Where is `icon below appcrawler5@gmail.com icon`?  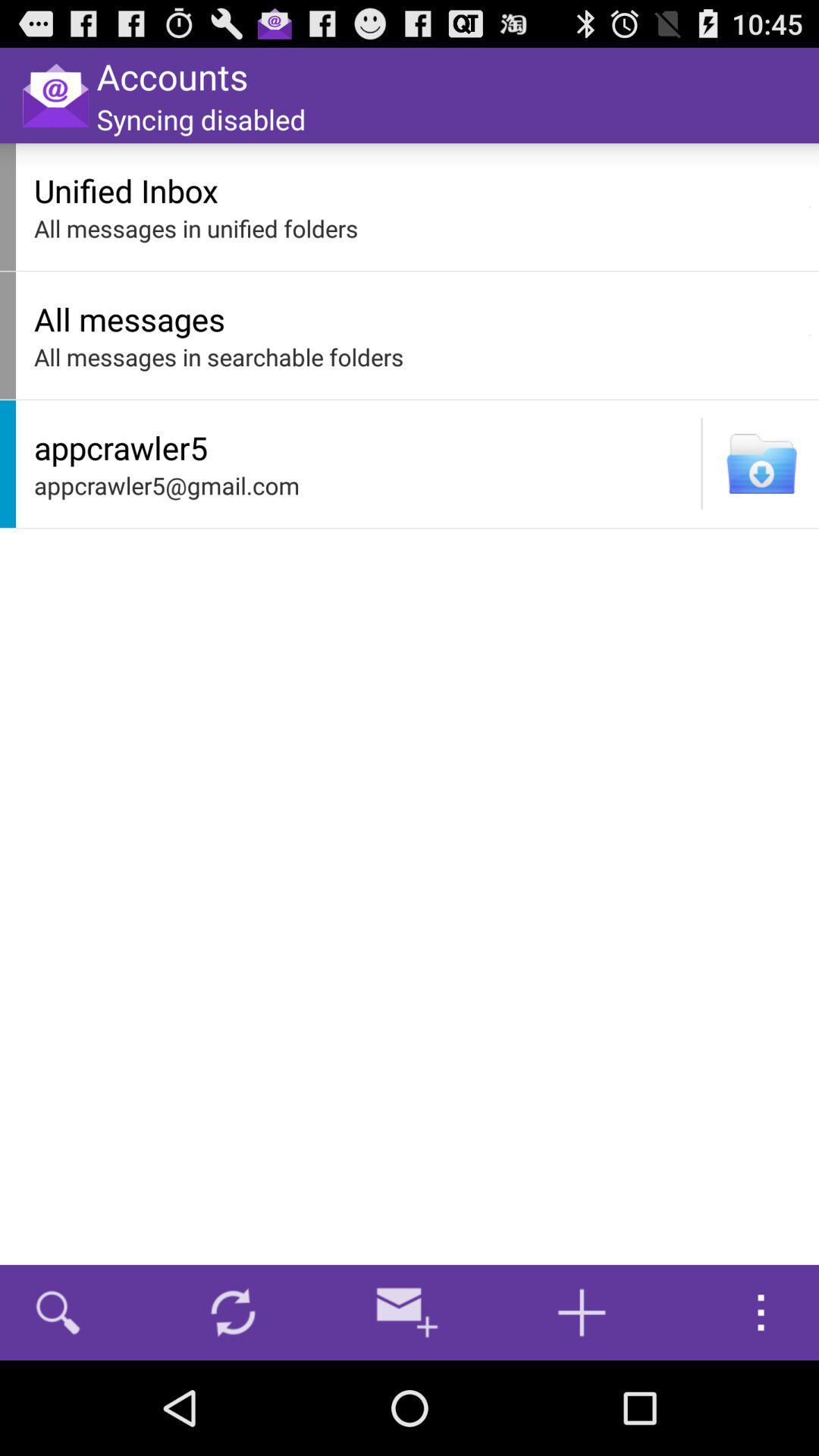
icon below appcrawler5@gmail.com icon is located at coordinates (233, 1312).